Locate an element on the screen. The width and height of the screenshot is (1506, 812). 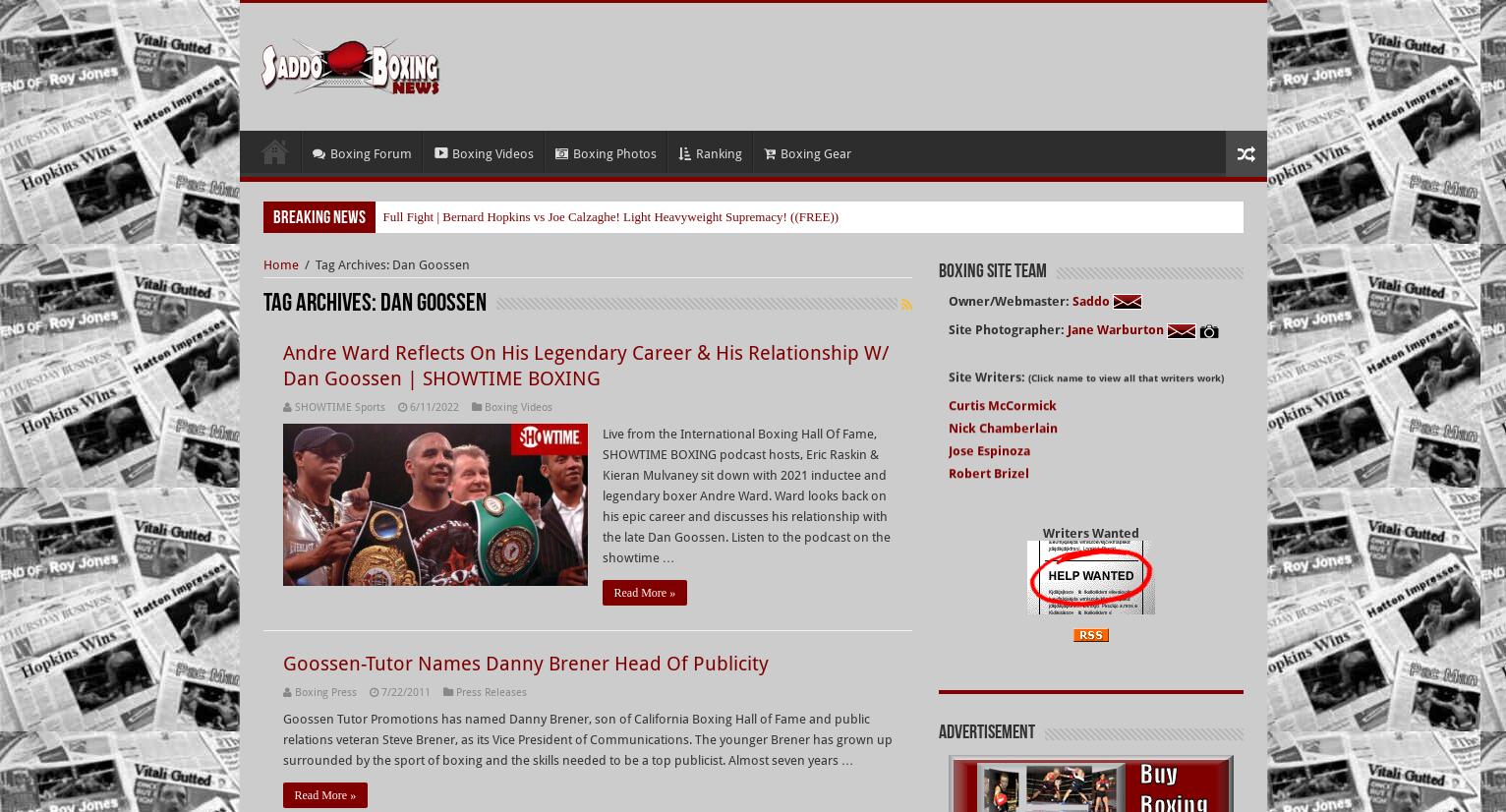
'Alejandro Tostado' is located at coordinates (1003, 538).